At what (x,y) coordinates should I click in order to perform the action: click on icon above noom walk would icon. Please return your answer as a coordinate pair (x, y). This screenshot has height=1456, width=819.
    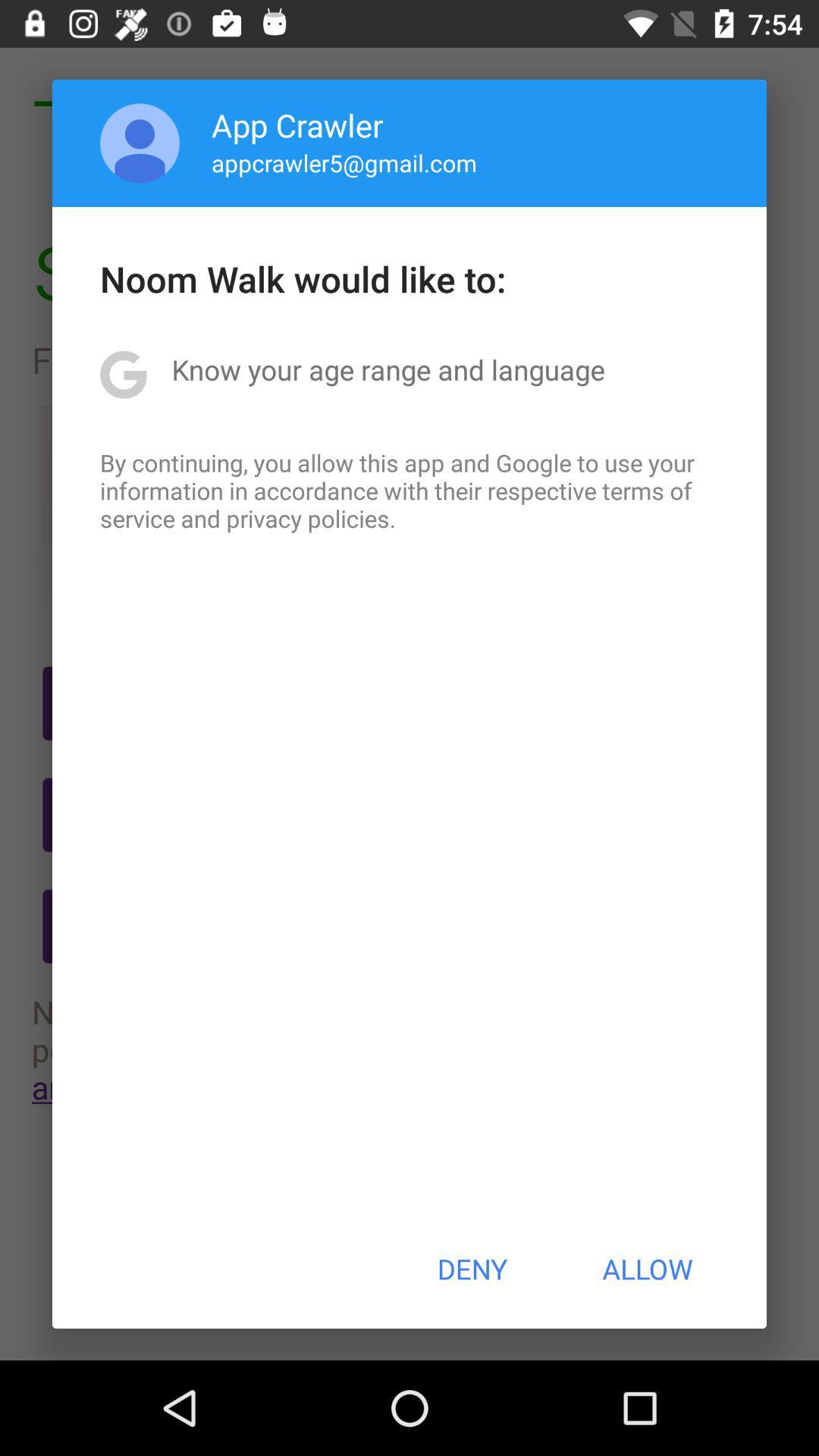
    Looking at the image, I should click on (344, 162).